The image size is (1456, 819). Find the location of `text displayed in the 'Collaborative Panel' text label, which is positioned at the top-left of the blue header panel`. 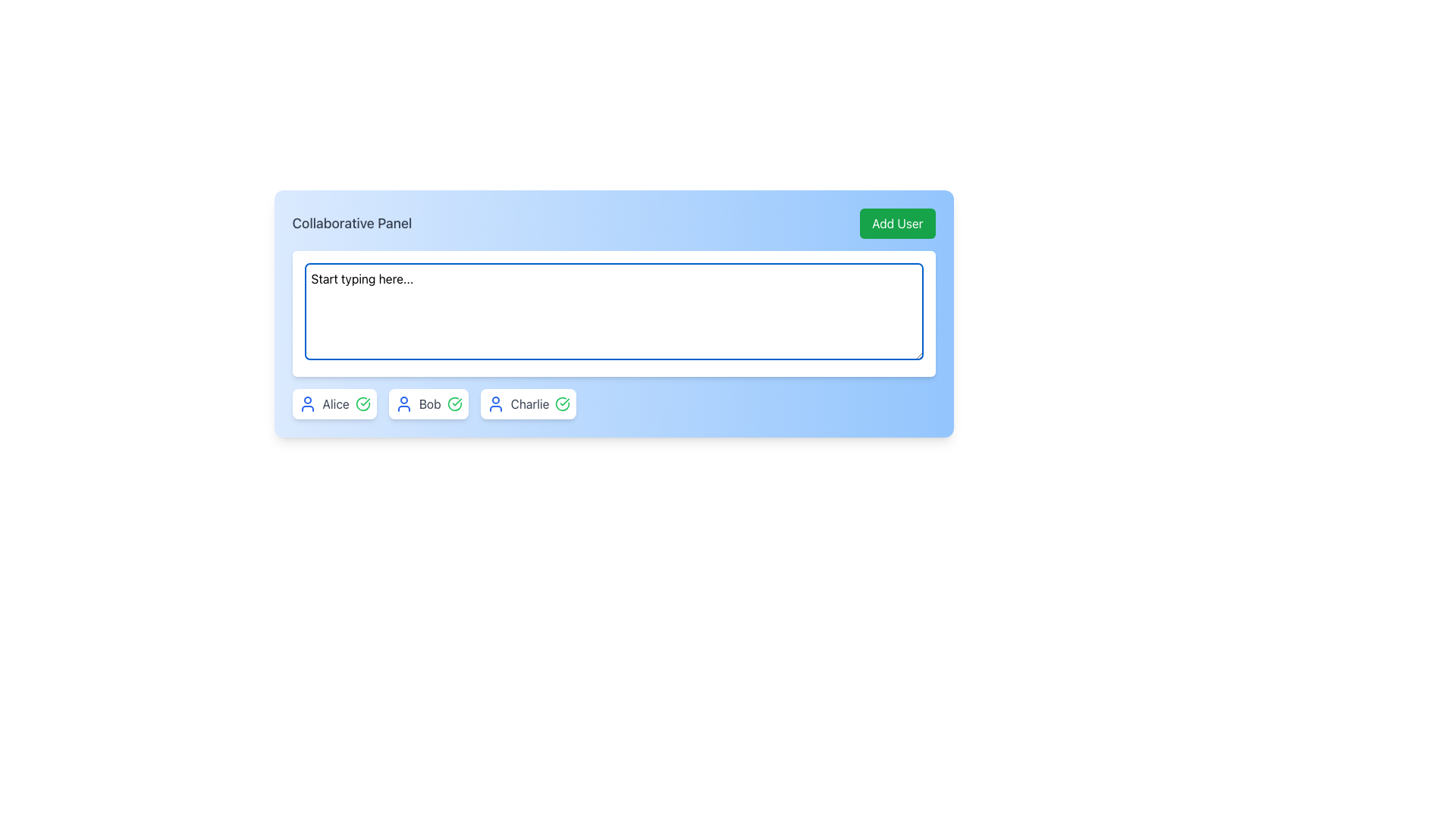

text displayed in the 'Collaborative Panel' text label, which is positioned at the top-left of the blue header panel is located at coordinates (351, 223).